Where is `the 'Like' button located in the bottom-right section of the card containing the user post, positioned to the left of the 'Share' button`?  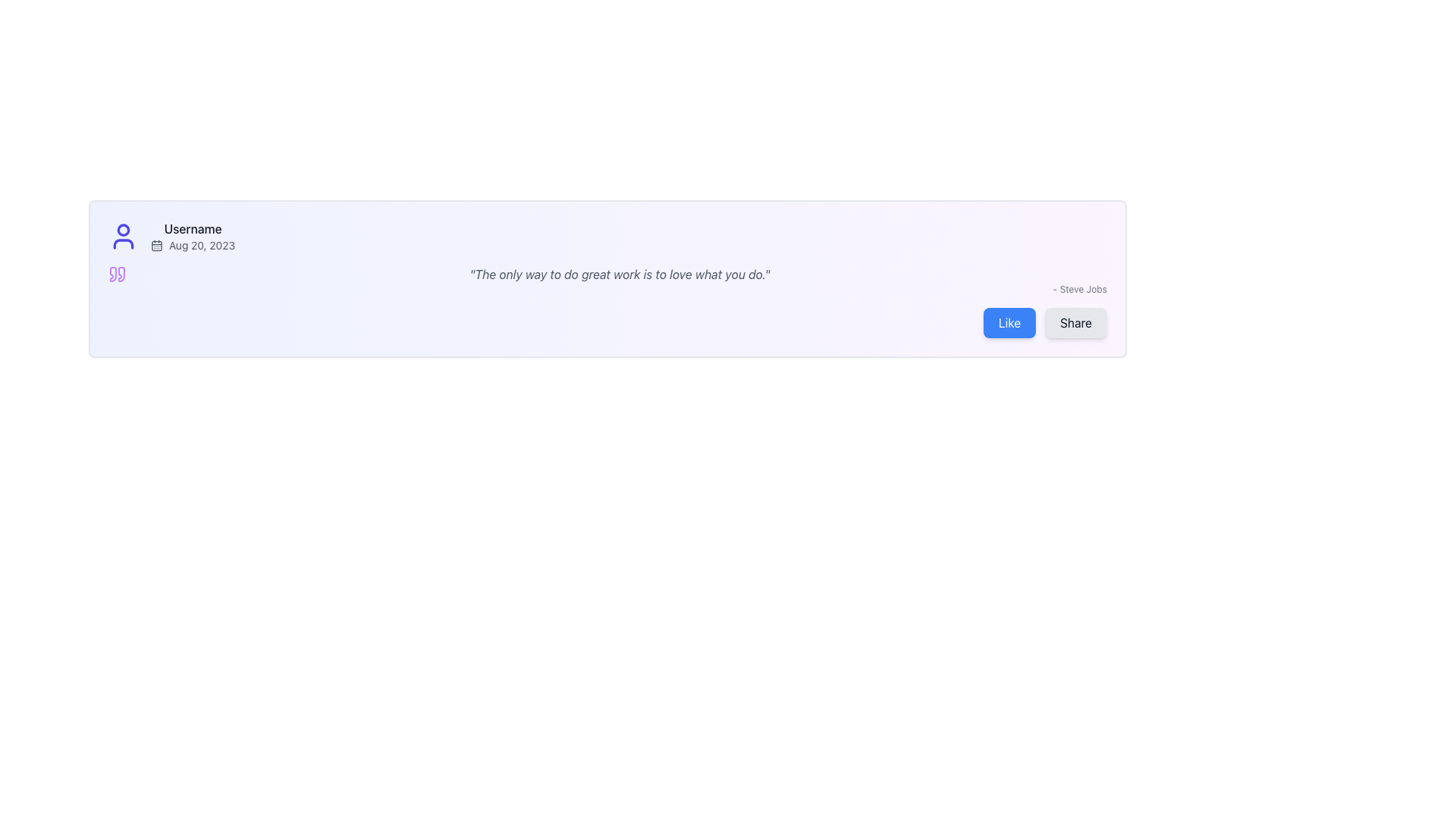
the 'Like' button located in the bottom-right section of the card containing the user post, positioned to the left of the 'Share' button is located at coordinates (1009, 322).